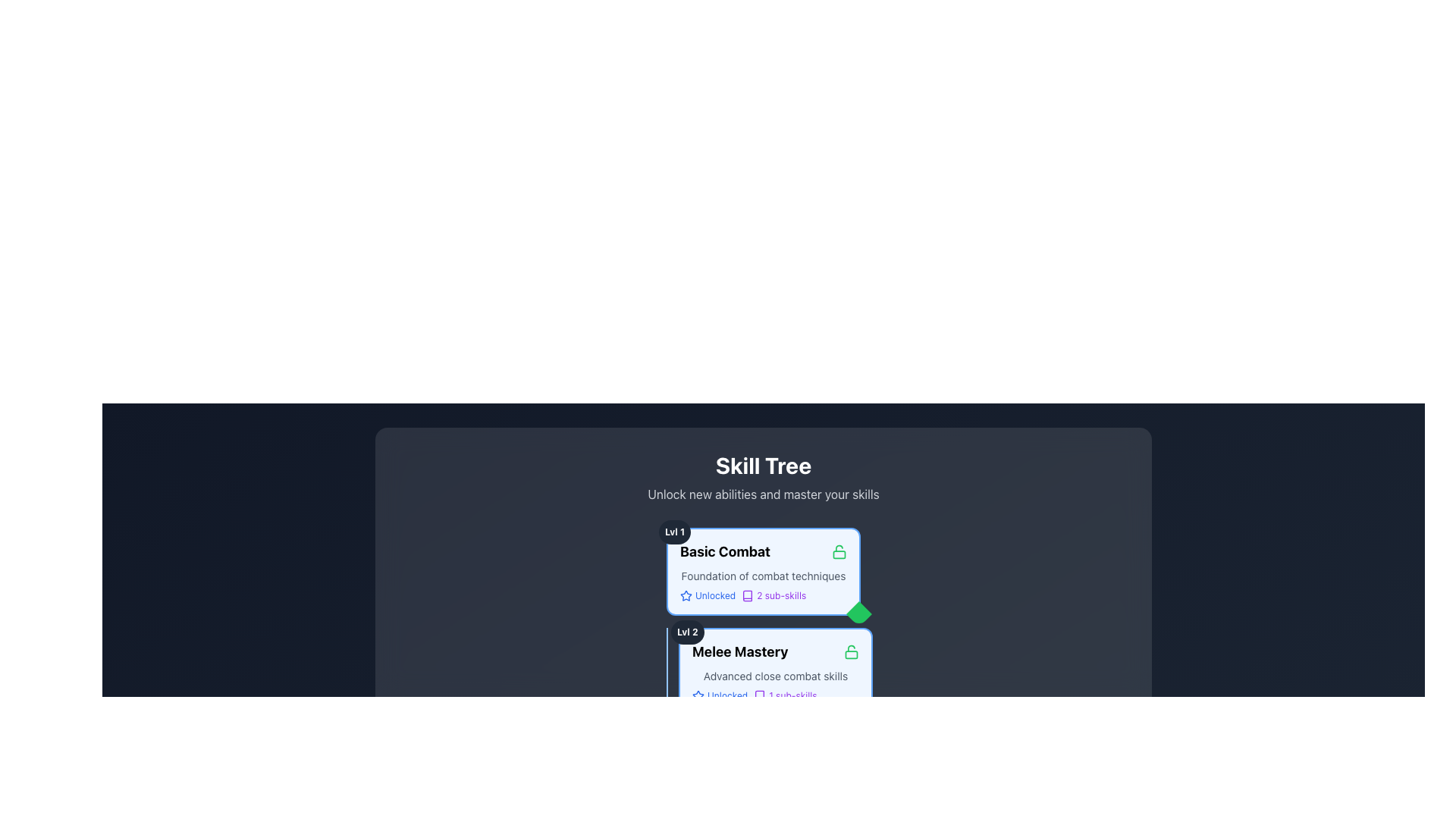  What do you see at coordinates (764, 571) in the screenshot?
I see `header and description of the first skill card in the skill tree interface, which displays information about the basic combat skill and its current status` at bounding box center [764, 571].